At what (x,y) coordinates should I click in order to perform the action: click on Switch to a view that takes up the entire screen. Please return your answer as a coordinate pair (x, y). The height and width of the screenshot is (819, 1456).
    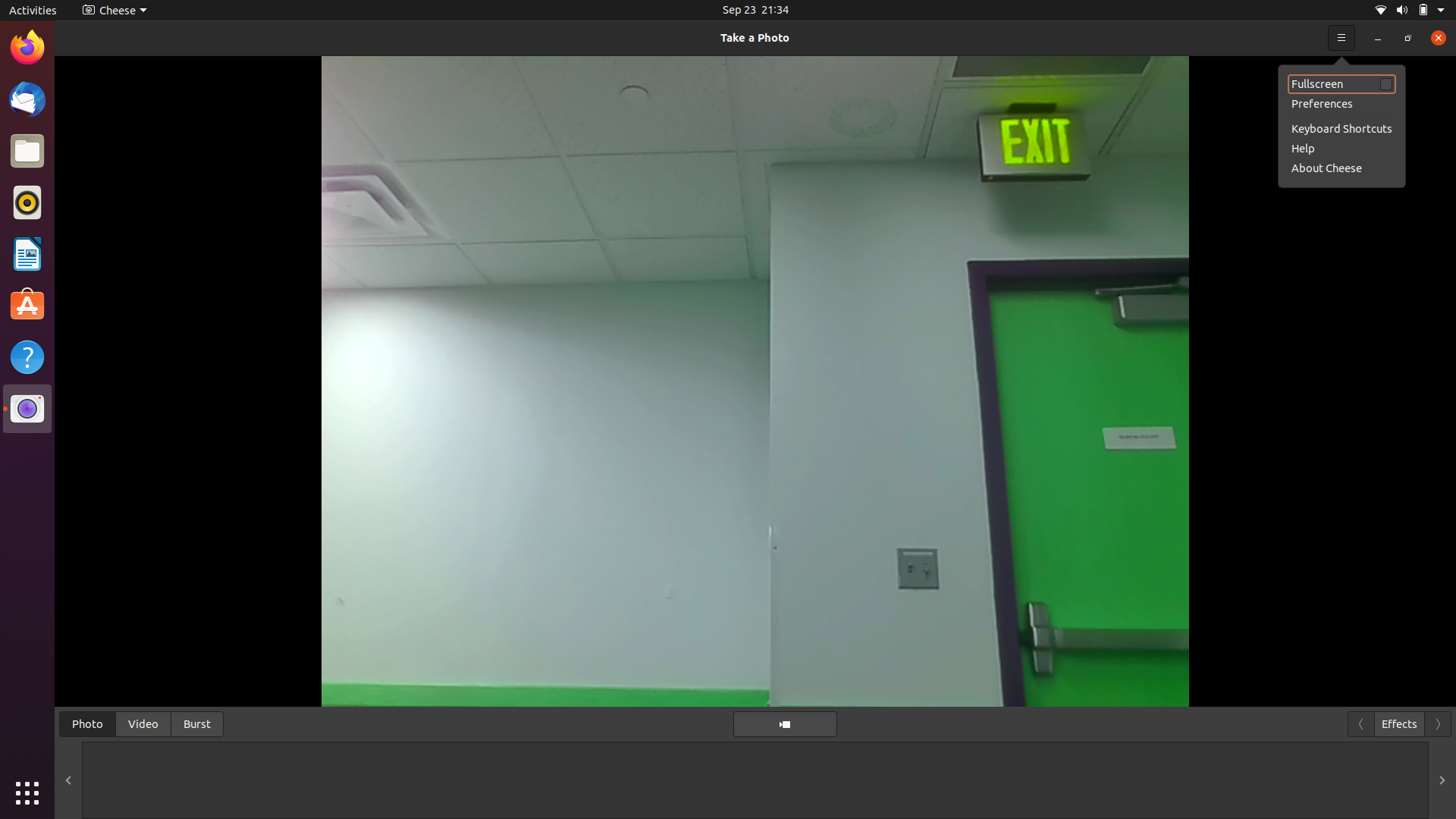
    Looking at the image, I should click on (1341, 83).